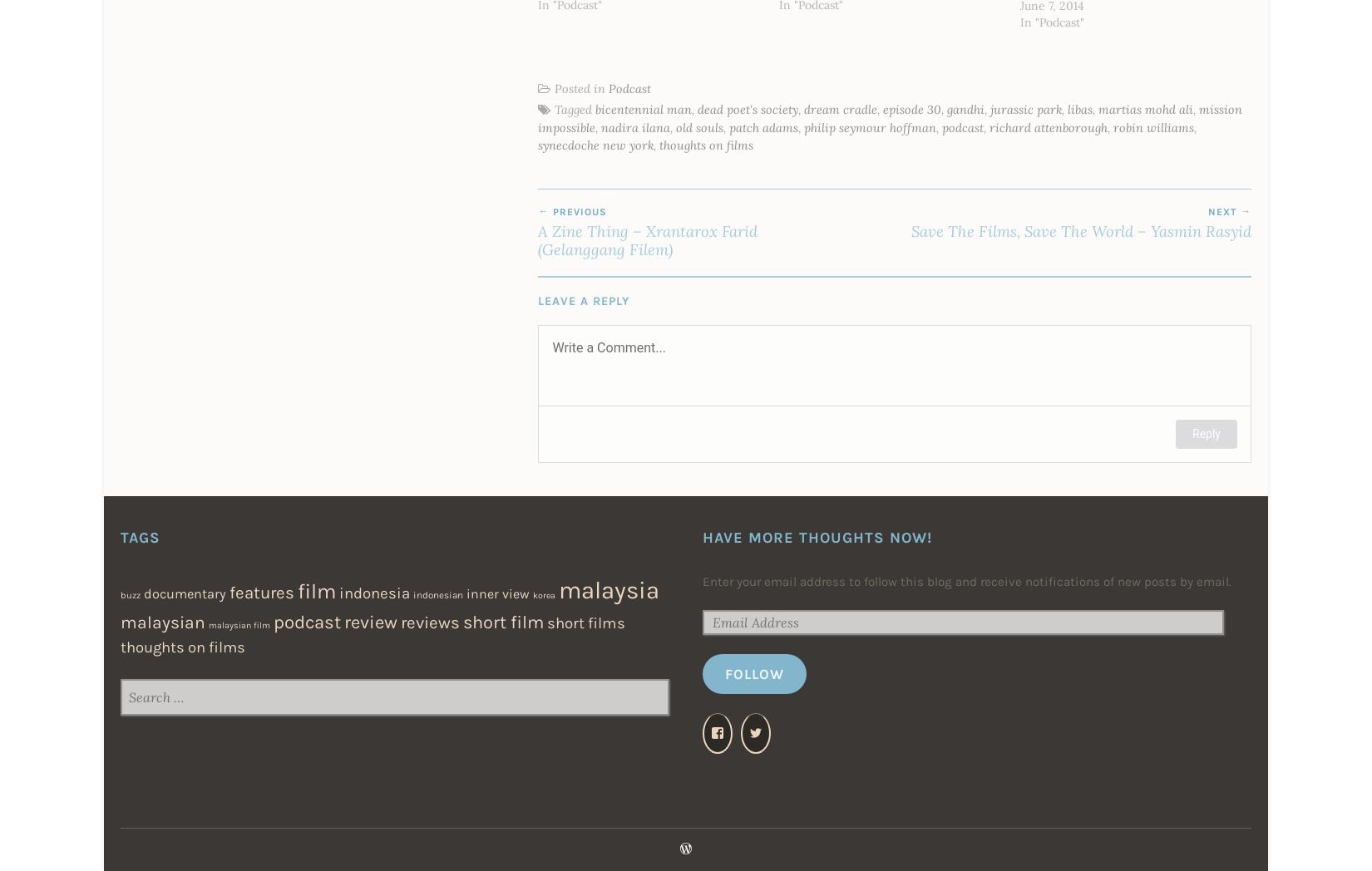 The width and height of the screenshot is (1372, 871). Describe the element at coordinates (634, 127) in the screenshot. I see `'nadira ilana'` at that location.